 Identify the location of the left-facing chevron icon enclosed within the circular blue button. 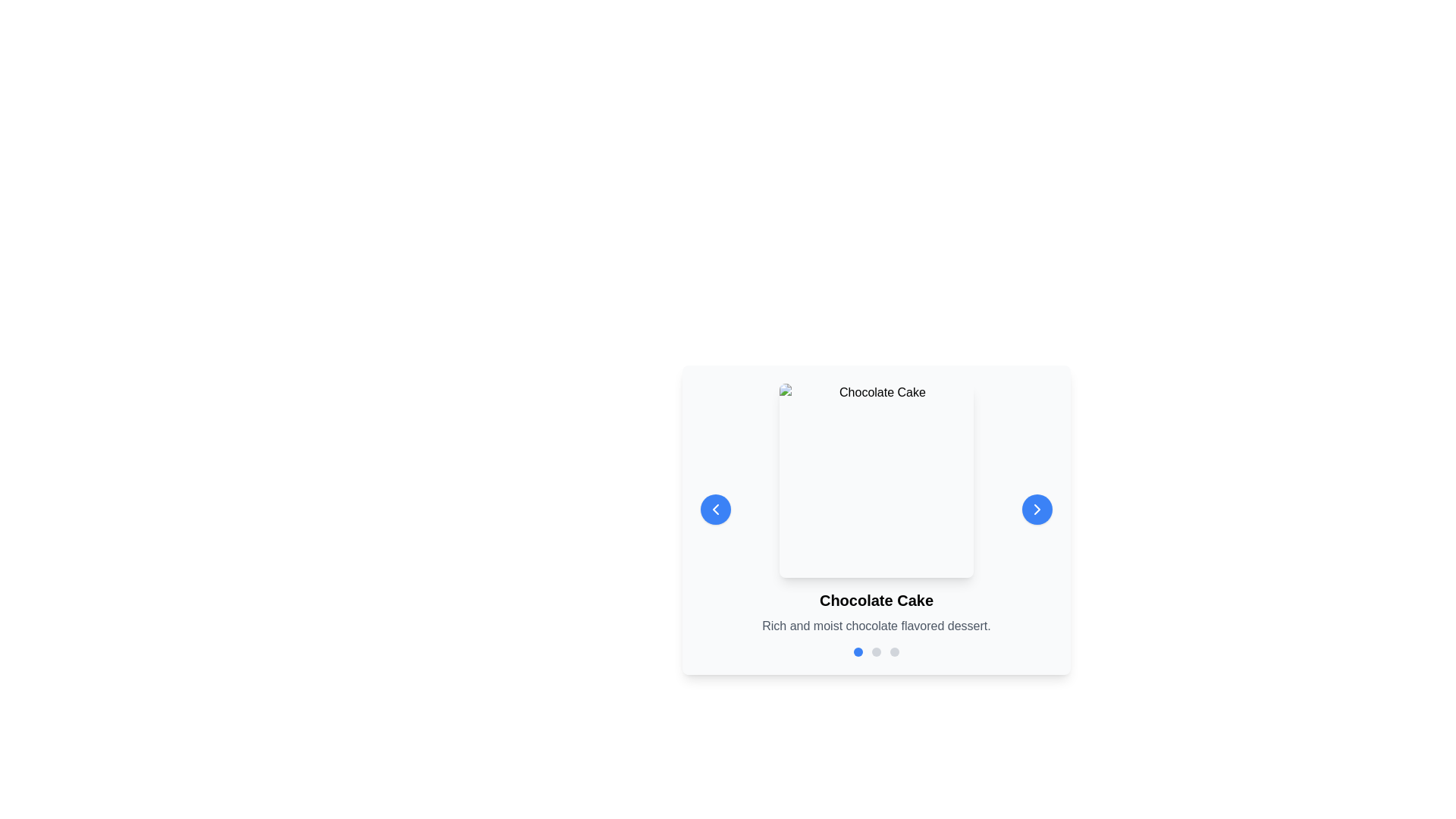
(715, 509).